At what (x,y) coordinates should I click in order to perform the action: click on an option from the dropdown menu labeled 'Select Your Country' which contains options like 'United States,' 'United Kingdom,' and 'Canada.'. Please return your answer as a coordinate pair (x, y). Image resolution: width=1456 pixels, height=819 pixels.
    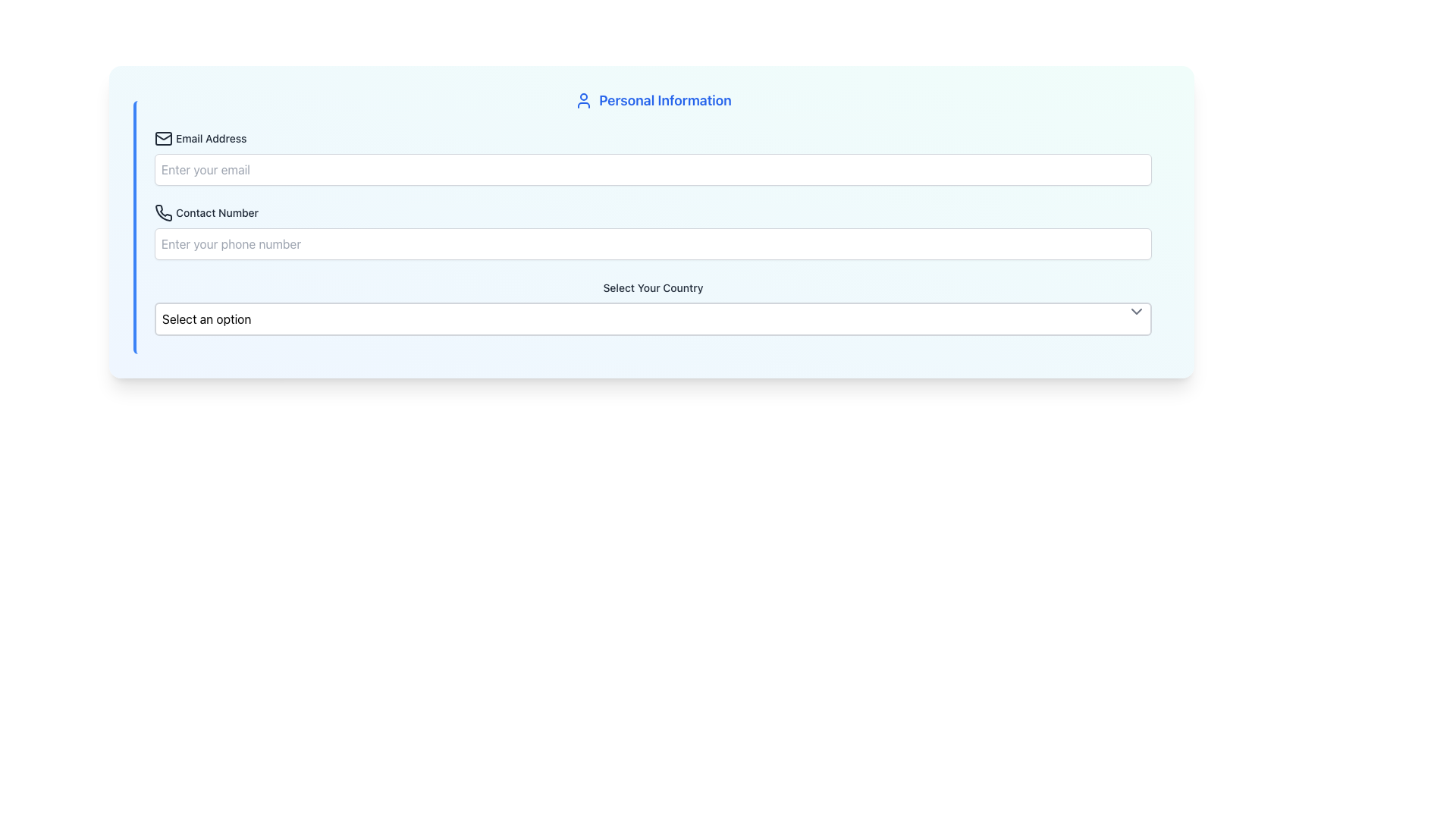
    Looking at the image, I should click on (653, 318).